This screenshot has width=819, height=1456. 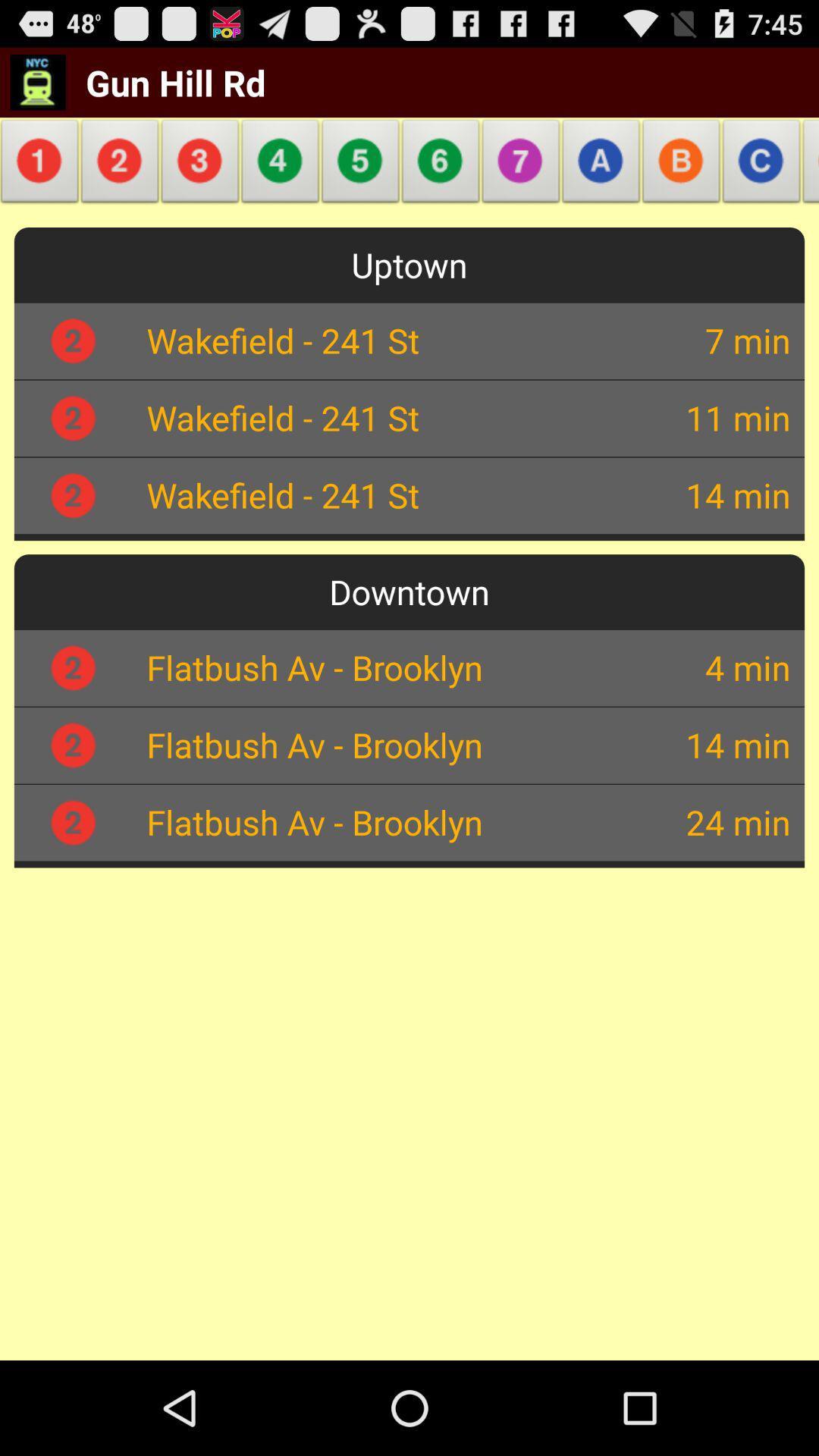 I want to click on downtown app, so click(x=409, y=591).